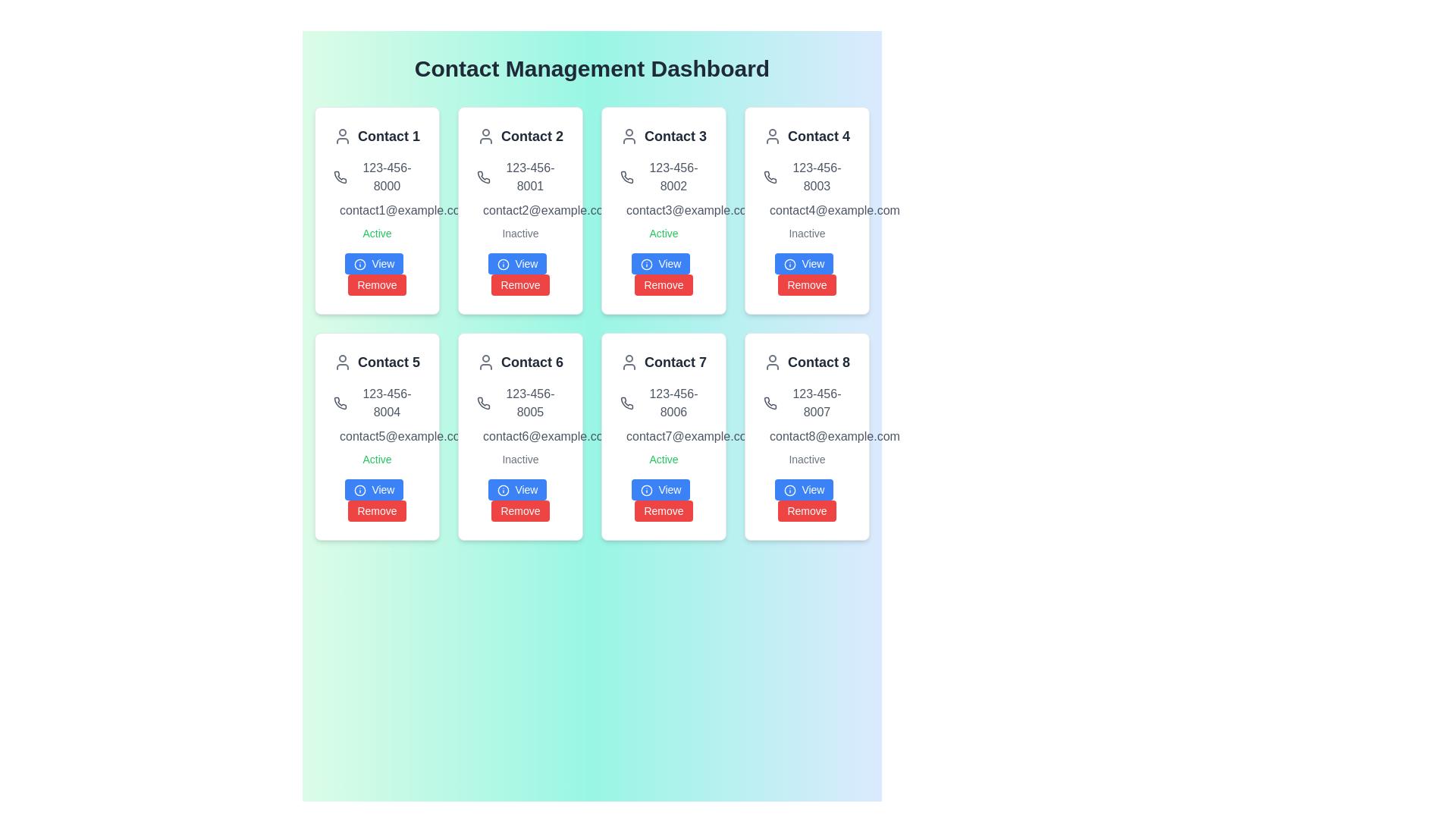 Image resolution: width=1456 pixels, height=819 pixels. I want to click on the non-interactive text label that identifies the contact information block as 'Contact 8', located at the top of the last contact card in the grid layout, so click(806, 362).